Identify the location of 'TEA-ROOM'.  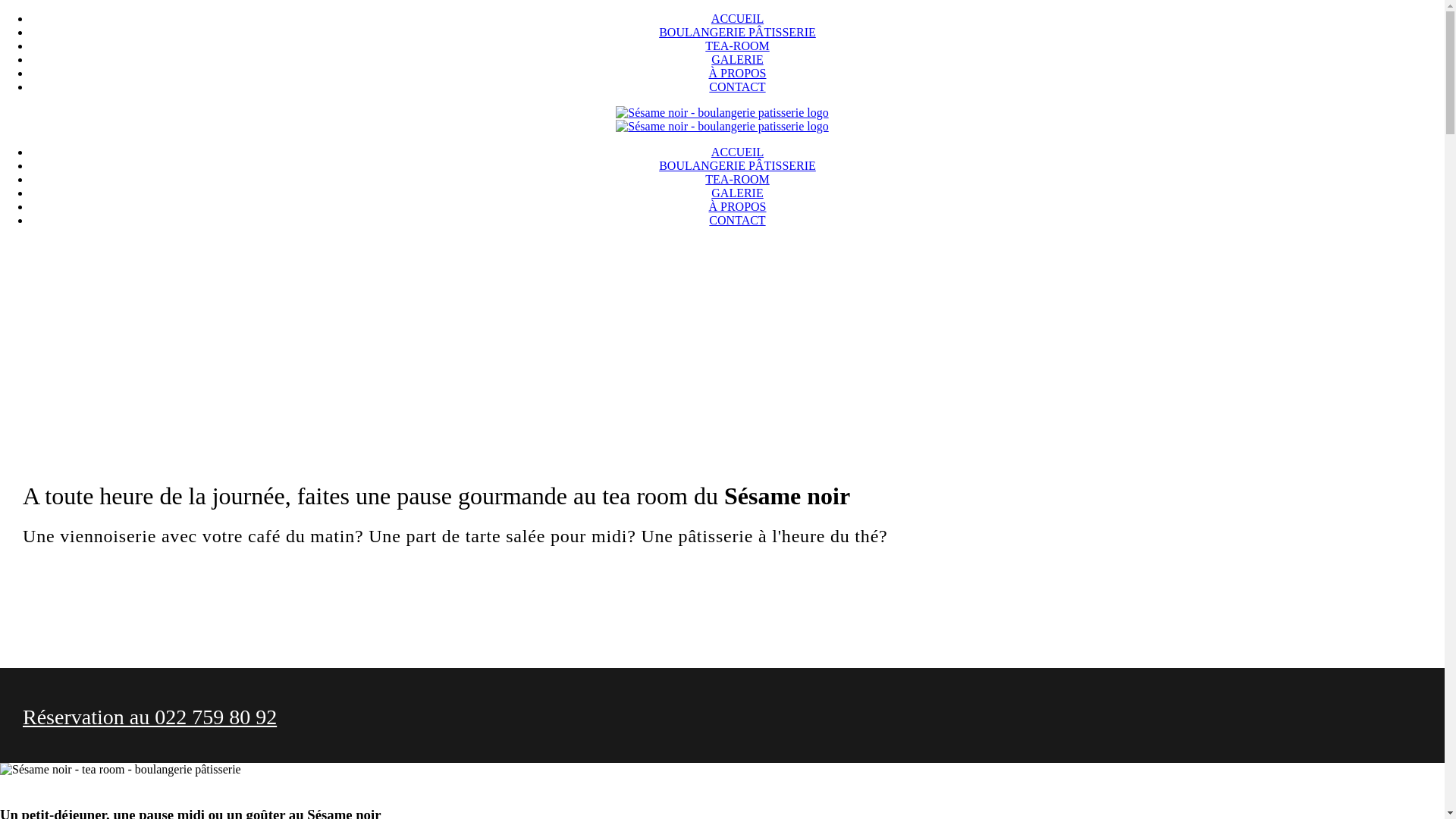
(704, 45).